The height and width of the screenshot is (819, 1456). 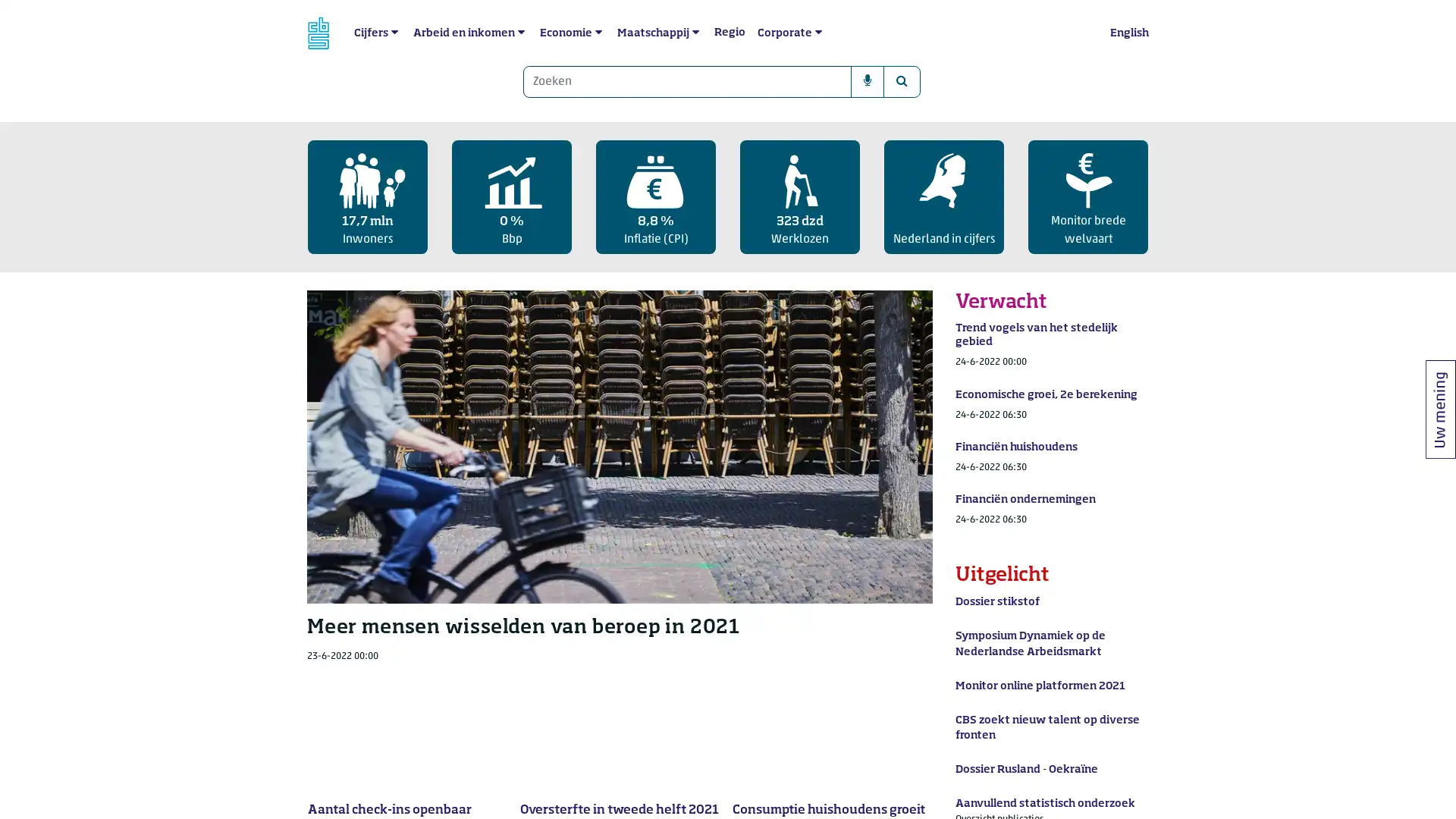 I want to click on submenu Arbeid en inkomen, so click(x=521, y=32).